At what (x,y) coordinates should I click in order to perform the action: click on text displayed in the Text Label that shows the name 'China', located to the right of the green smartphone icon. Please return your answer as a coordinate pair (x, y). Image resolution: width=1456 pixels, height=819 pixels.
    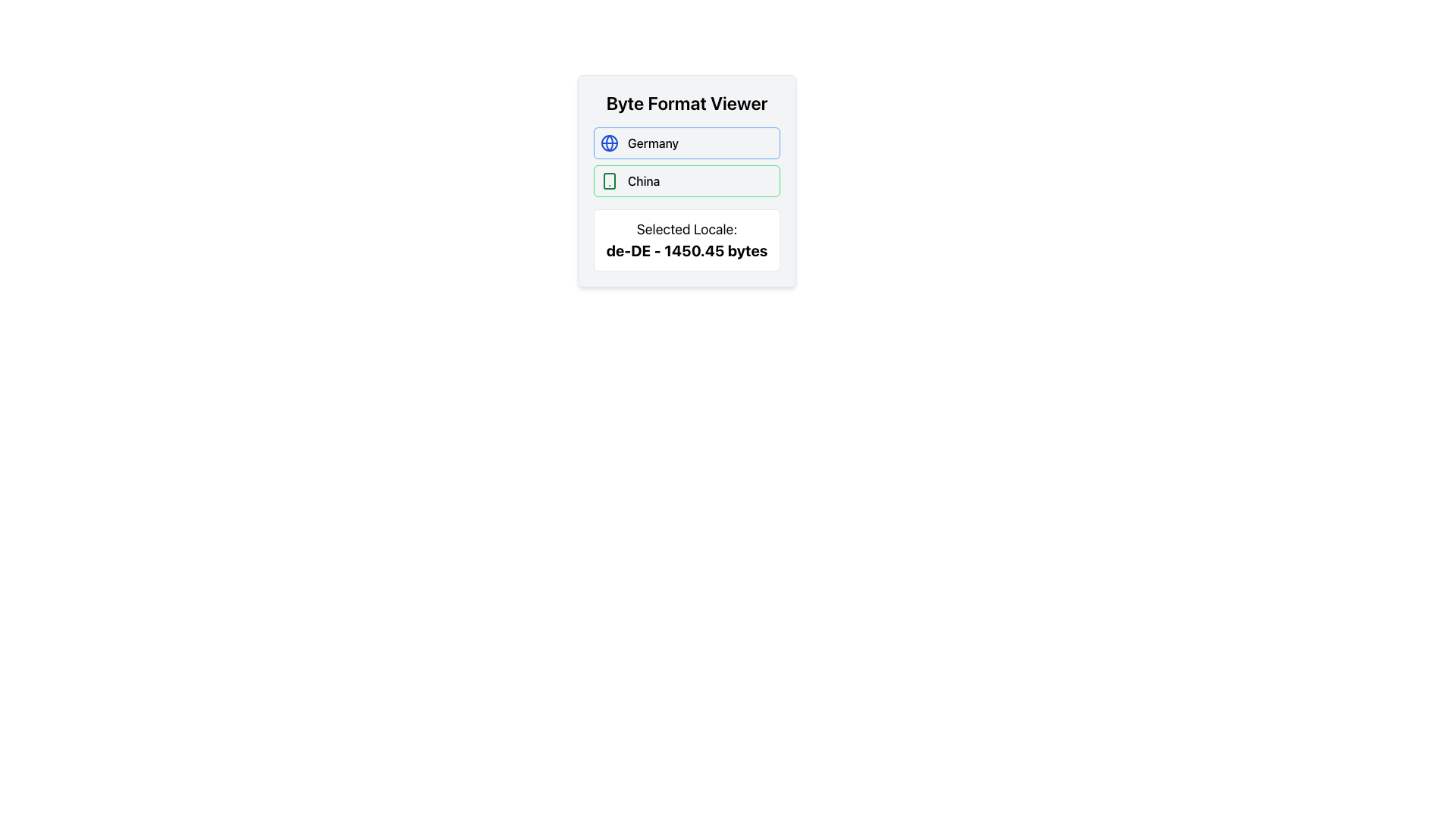
    Looking at the image, I should click on (644, 180).